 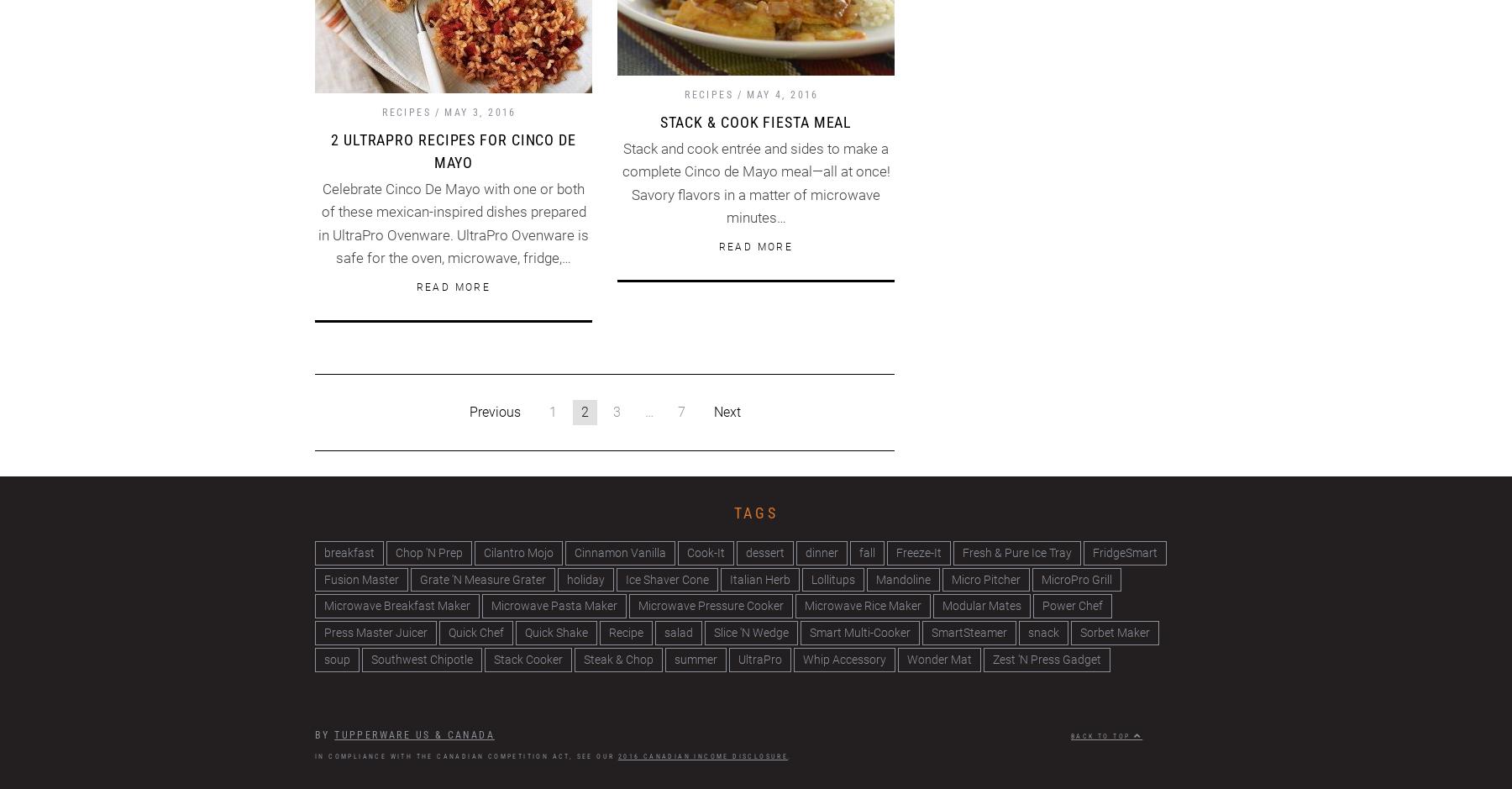 I want to click on 'breakfast', so click(x=323, y=552).